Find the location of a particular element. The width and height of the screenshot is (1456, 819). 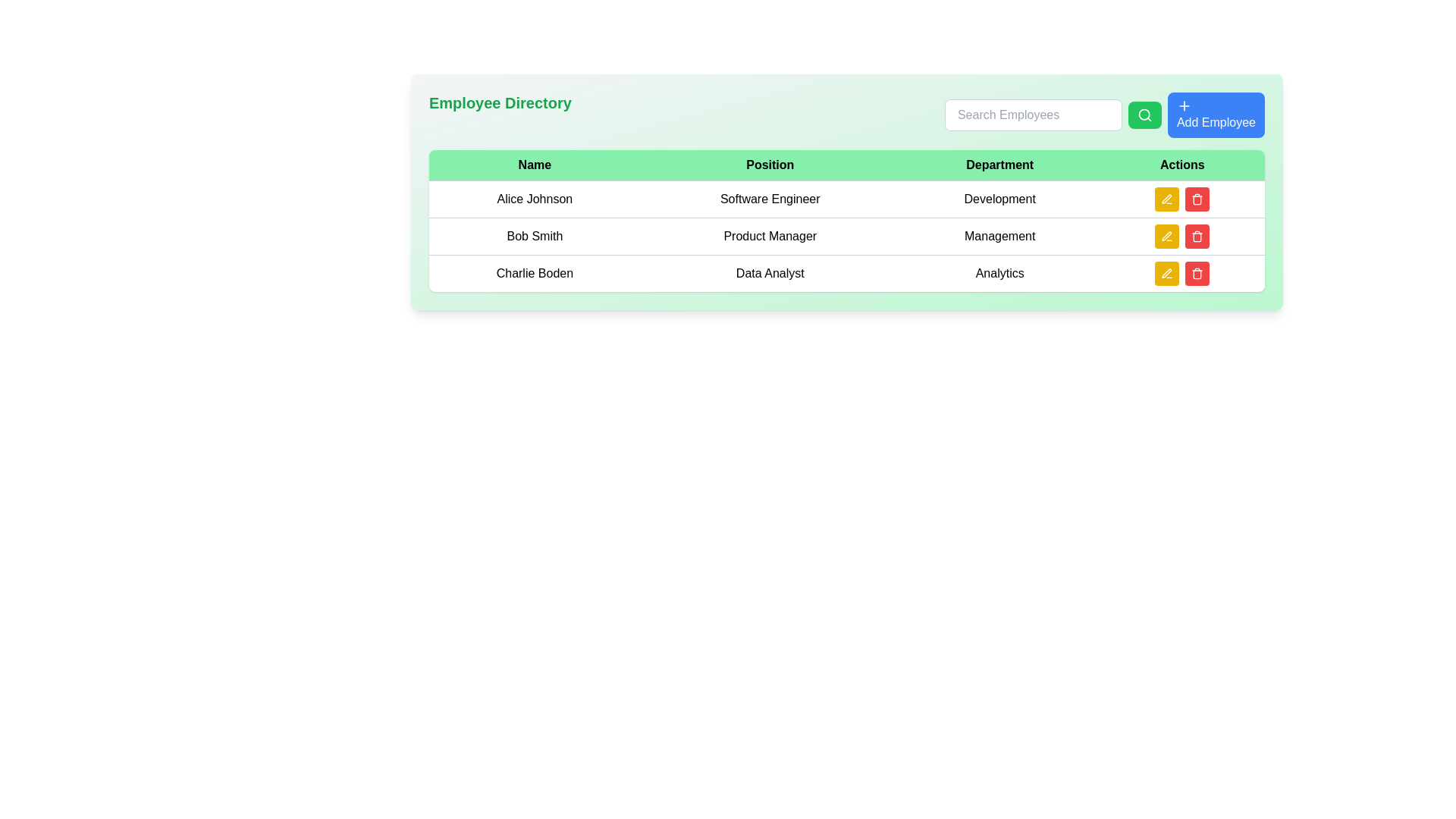

the 'Analytics' text label in the 'Department' column for 'Charlie Boden' in the table is located at coordinates (999, 273).